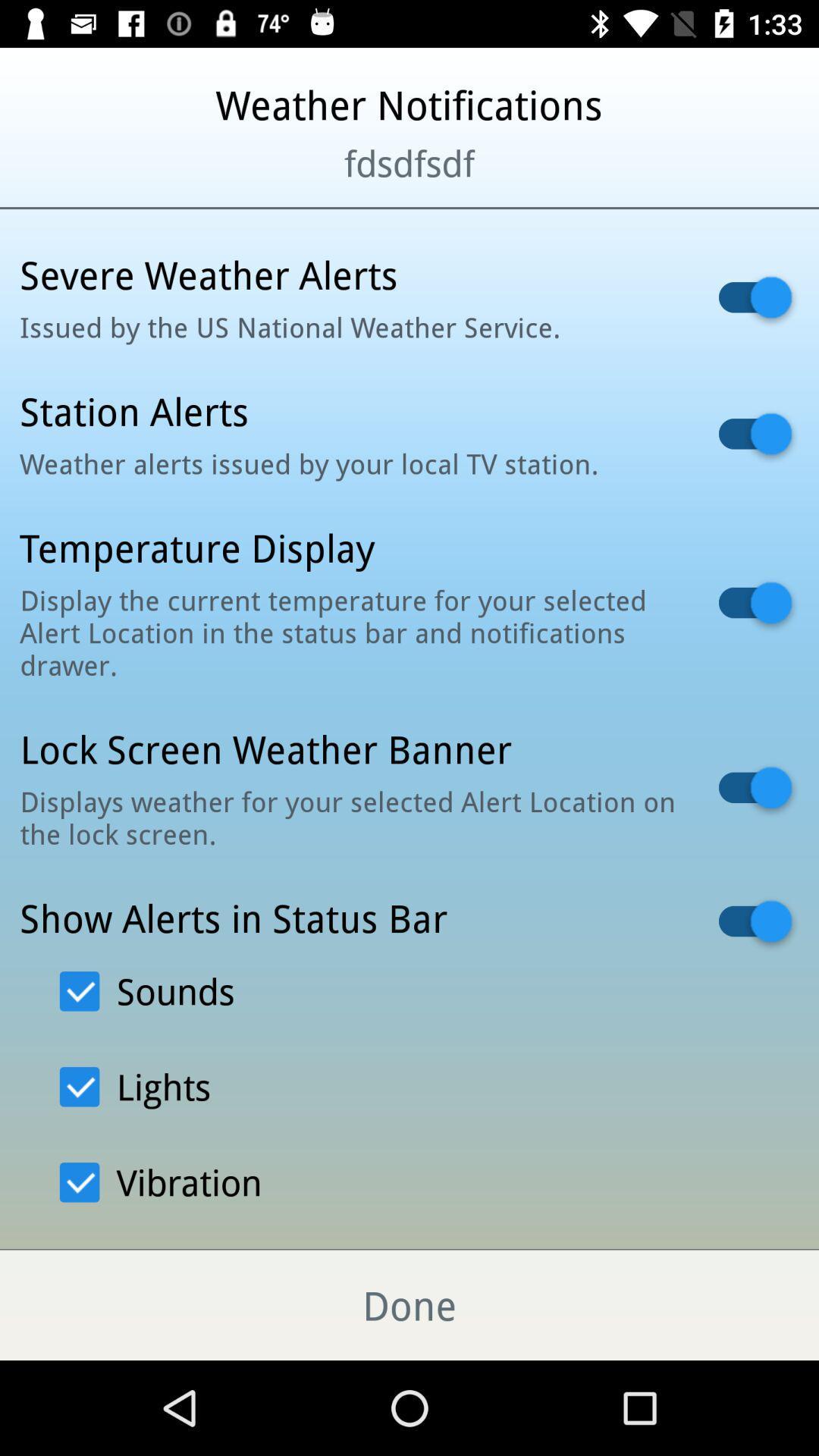  I want to click on the item below temperature display icon, so click(350, 632).